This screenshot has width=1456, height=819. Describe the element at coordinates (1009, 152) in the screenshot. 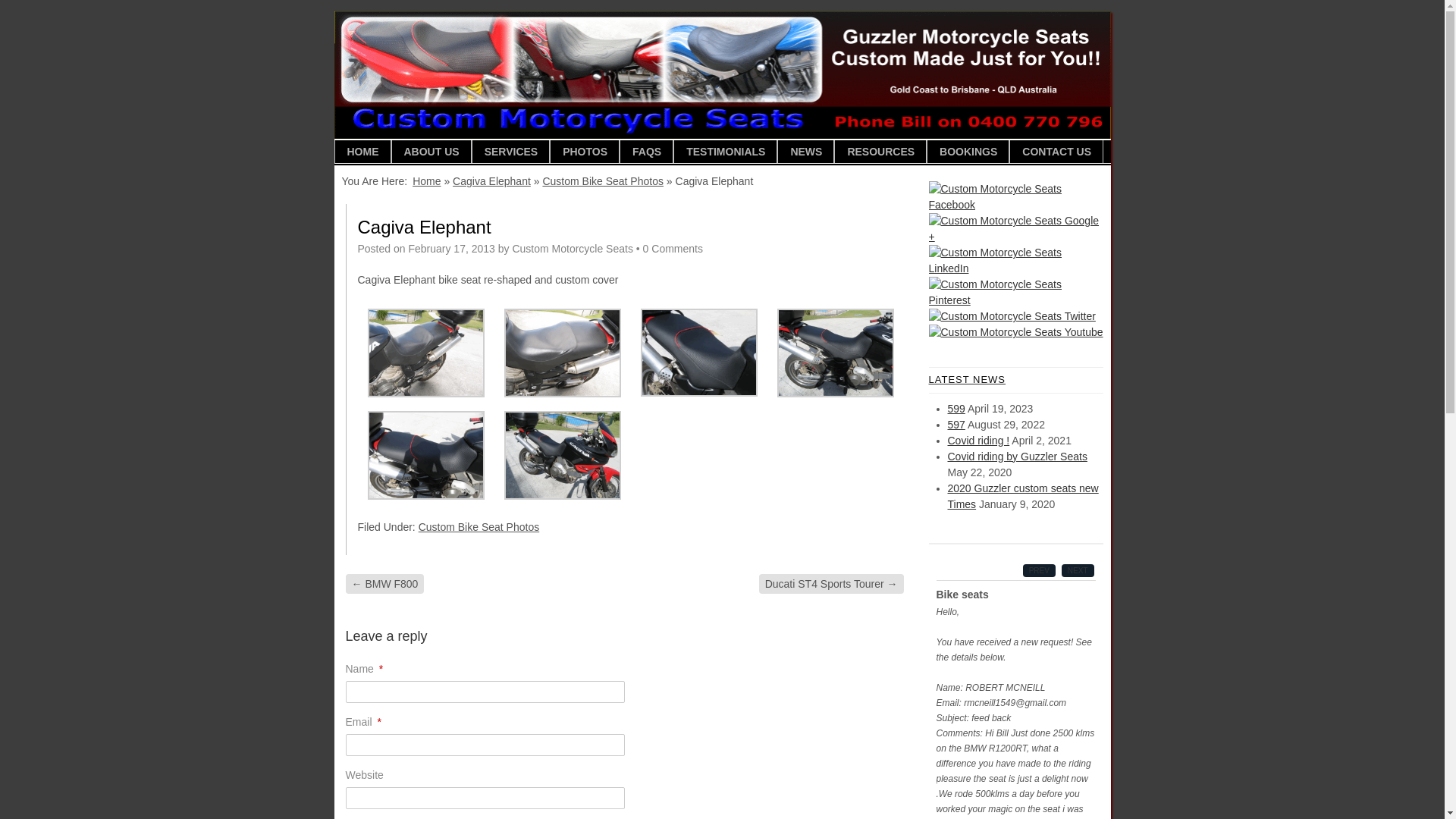

I see `'CONTACT US'` at that location.